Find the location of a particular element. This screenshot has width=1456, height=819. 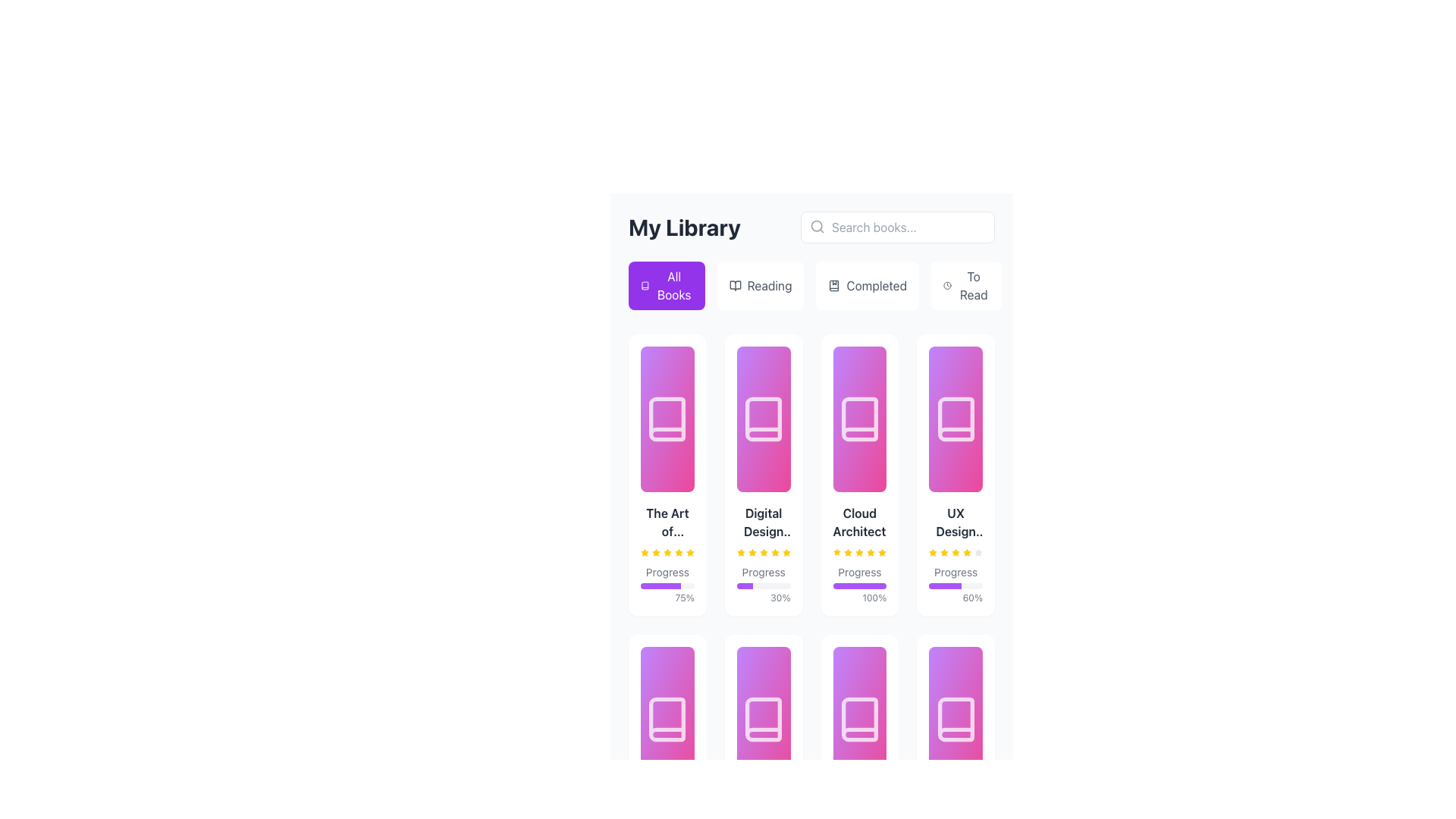

the bookmark icon located within the 'Completed' menu item in the top navigation bar, positioned to the left of the text label is located at coordinates (833, 286).